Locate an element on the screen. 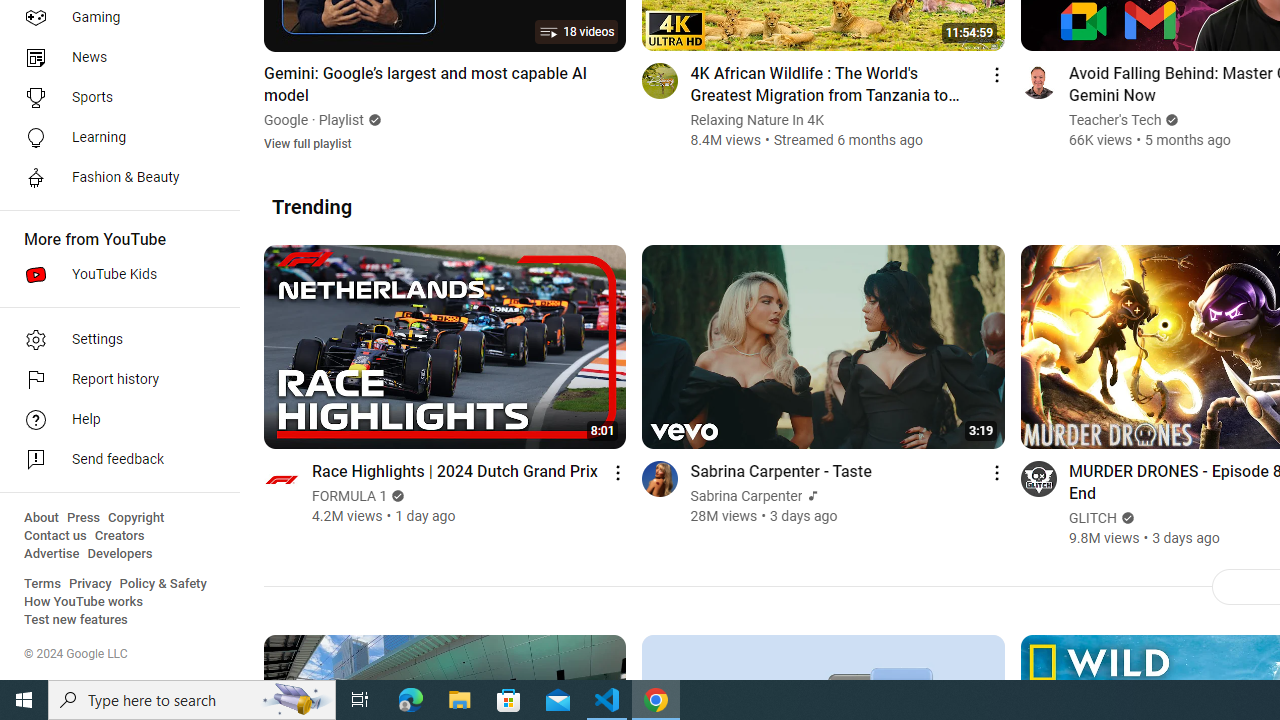 The image size is (1280, 720). 'Test new features' is located at coordinates (76, 619).